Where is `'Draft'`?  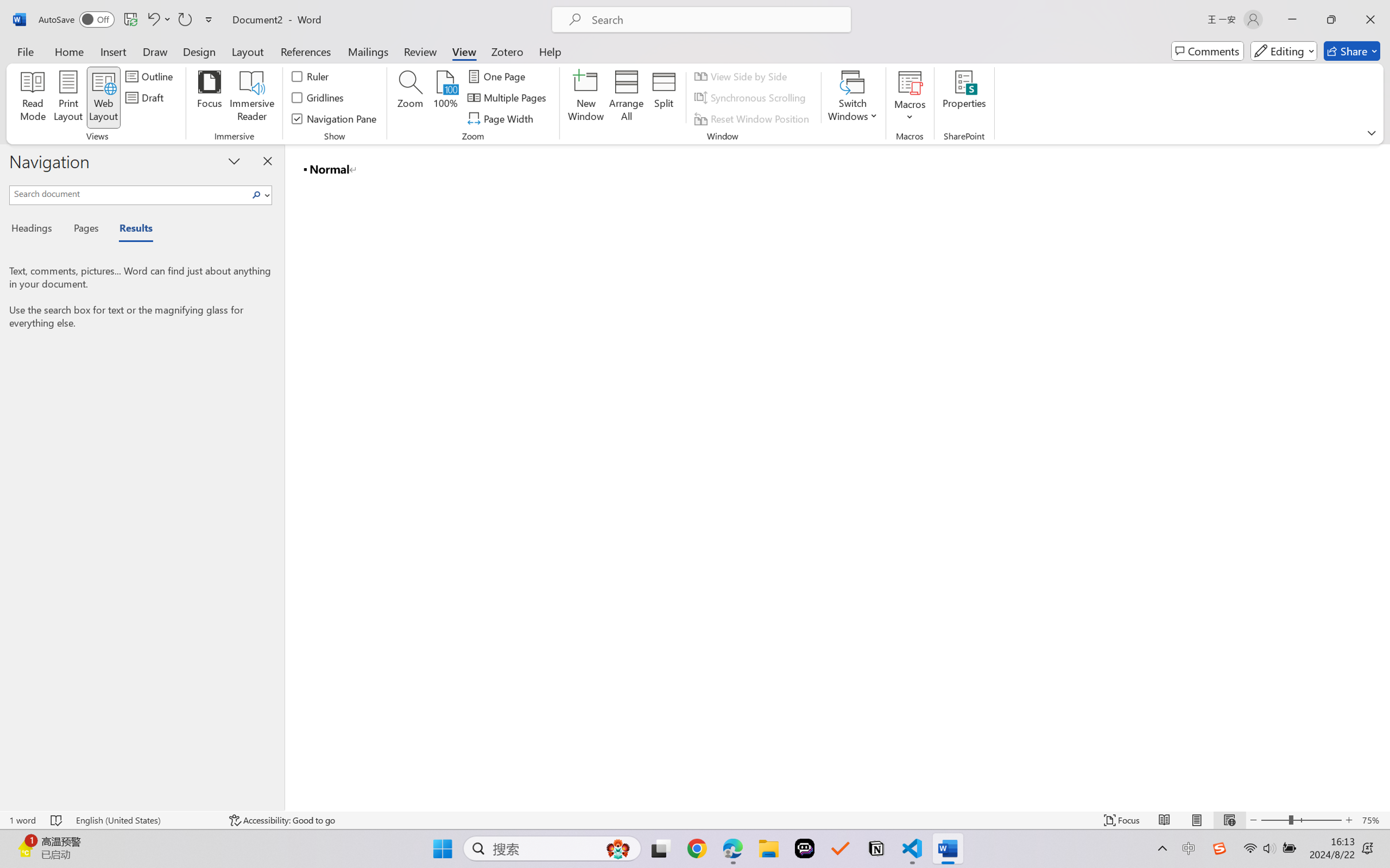 'Draft' is located at coordinates (146, 98).